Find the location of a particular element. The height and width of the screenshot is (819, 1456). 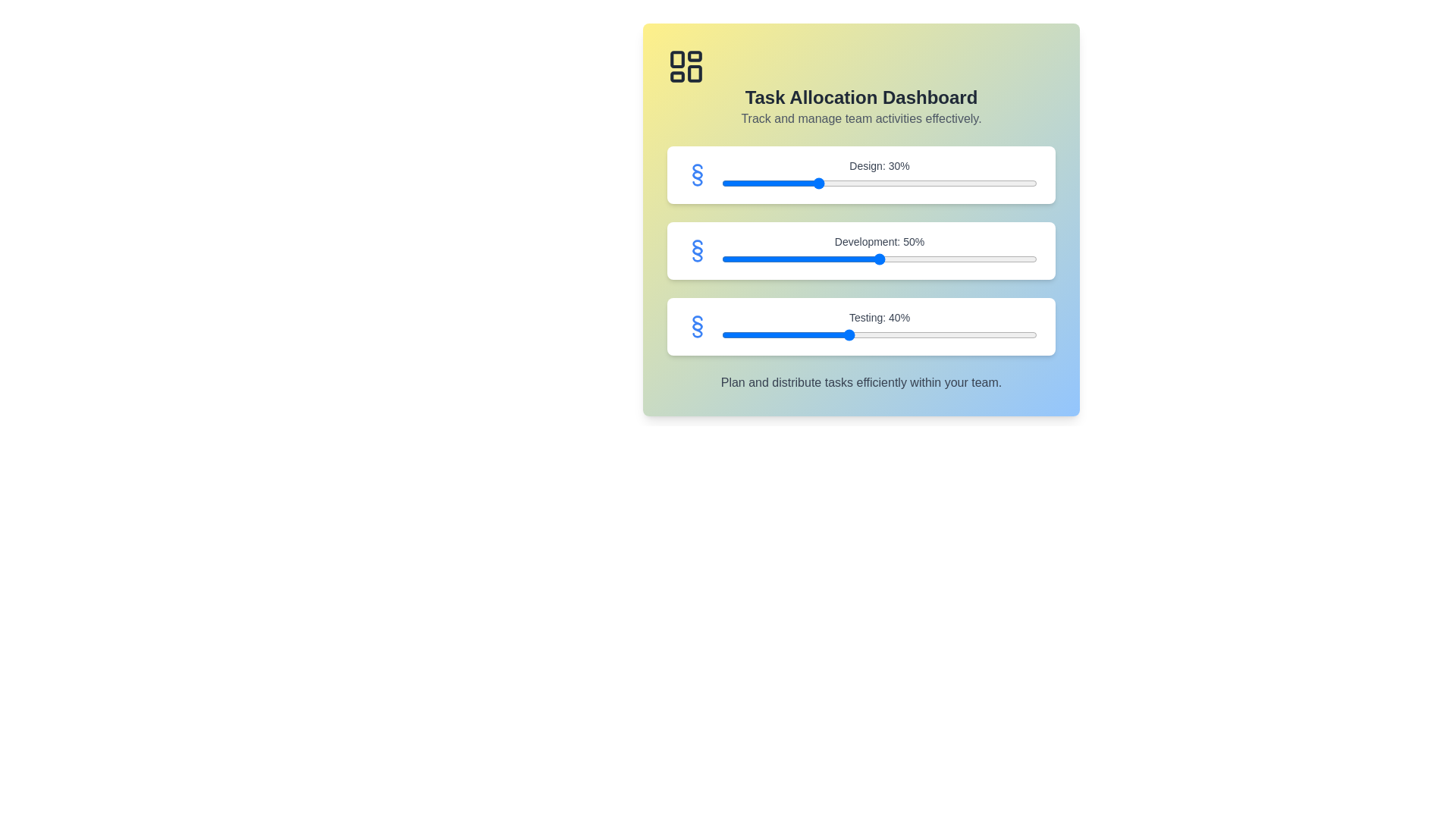

the 'Design' slider to 99% by dragging the slider to the corresponding position is located at coordinates (1033, 183).